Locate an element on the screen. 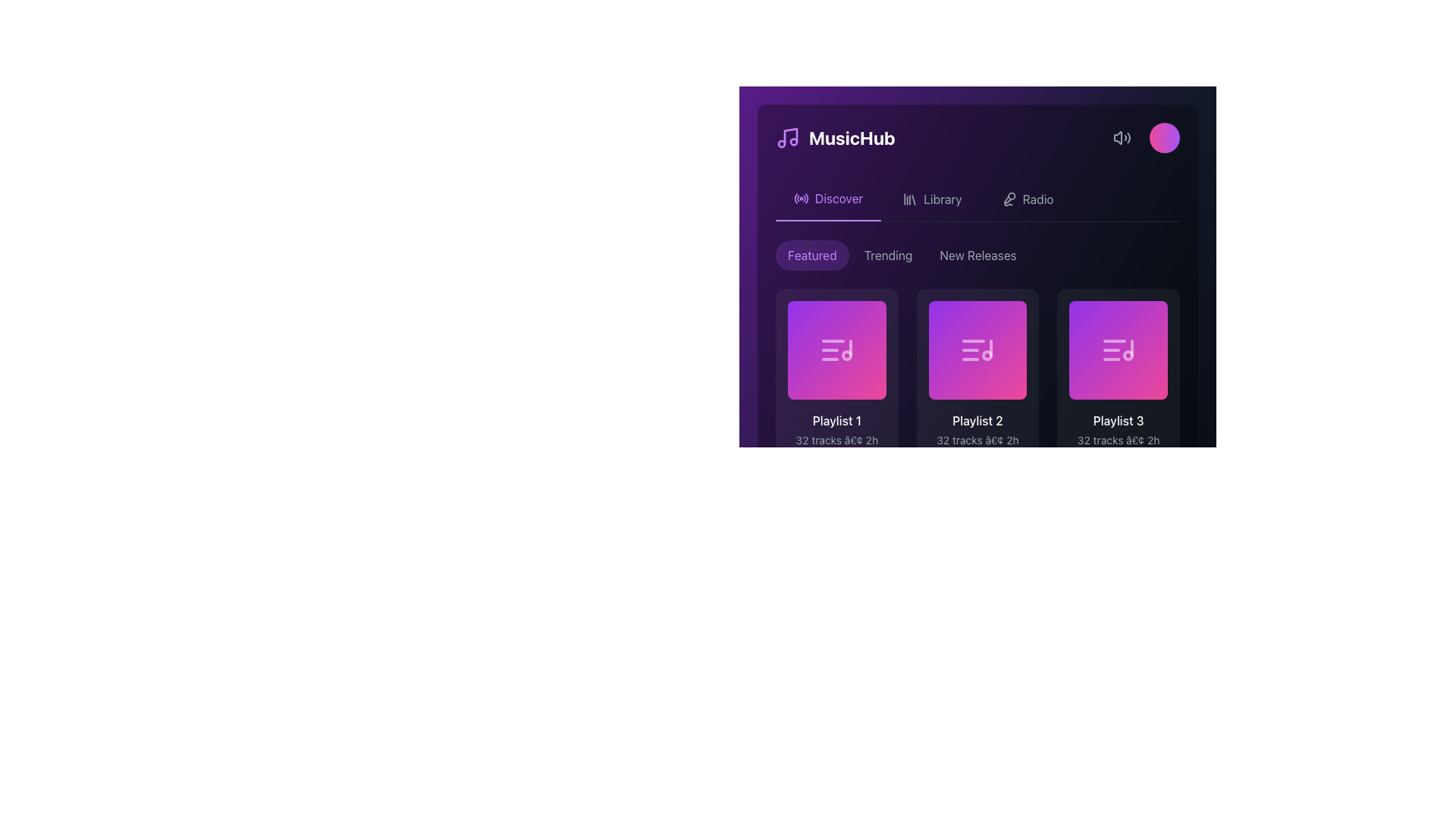 This screenshot has height=819, width=1456. the musical note icon, which is styled in purple tones and located next to the text 'MusicHub' on the top-left of the interface is located at coordinates (787, 137).